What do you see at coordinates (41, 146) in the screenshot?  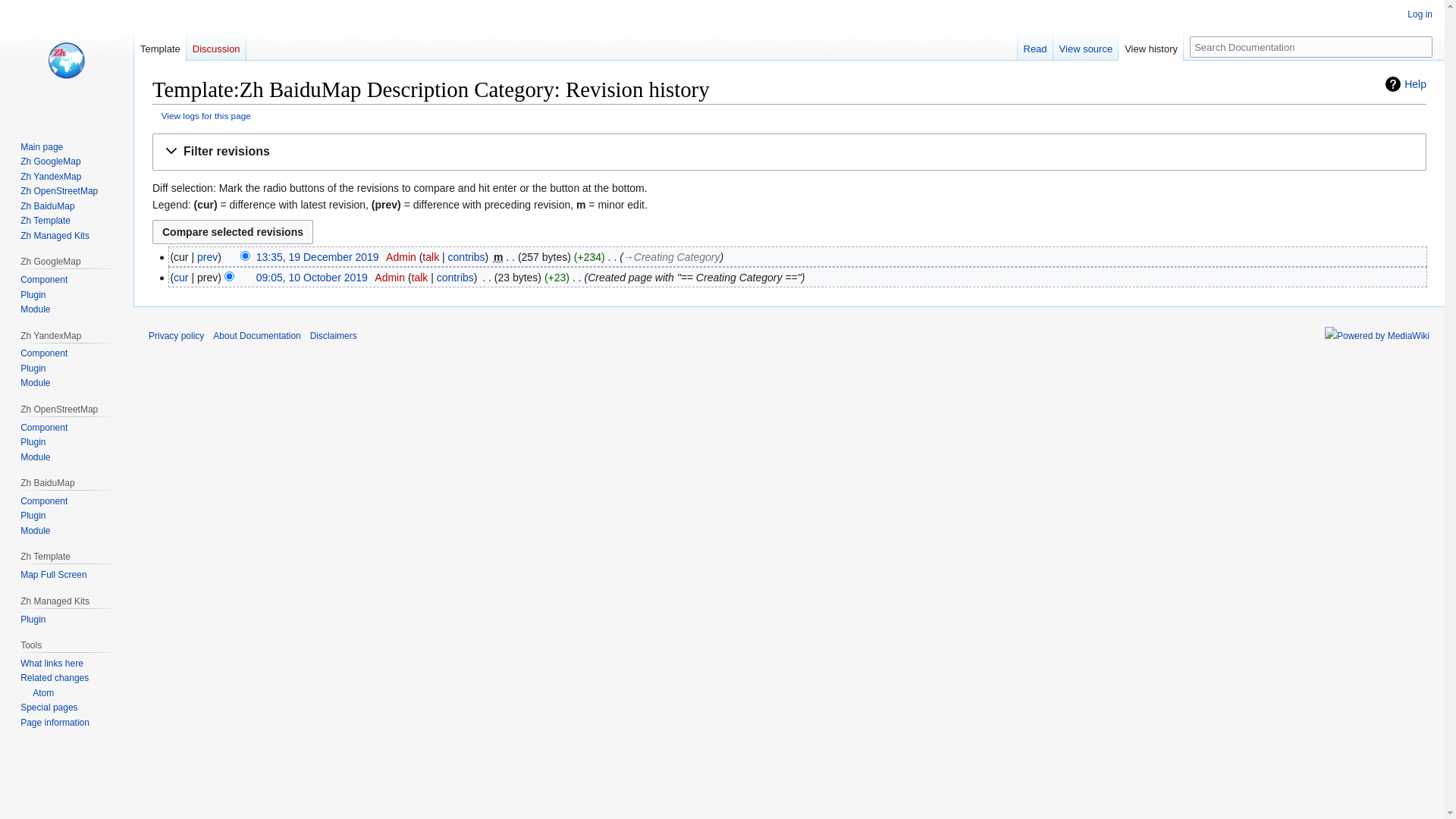 I see `'Main page'` at bounding box center [41, 146].